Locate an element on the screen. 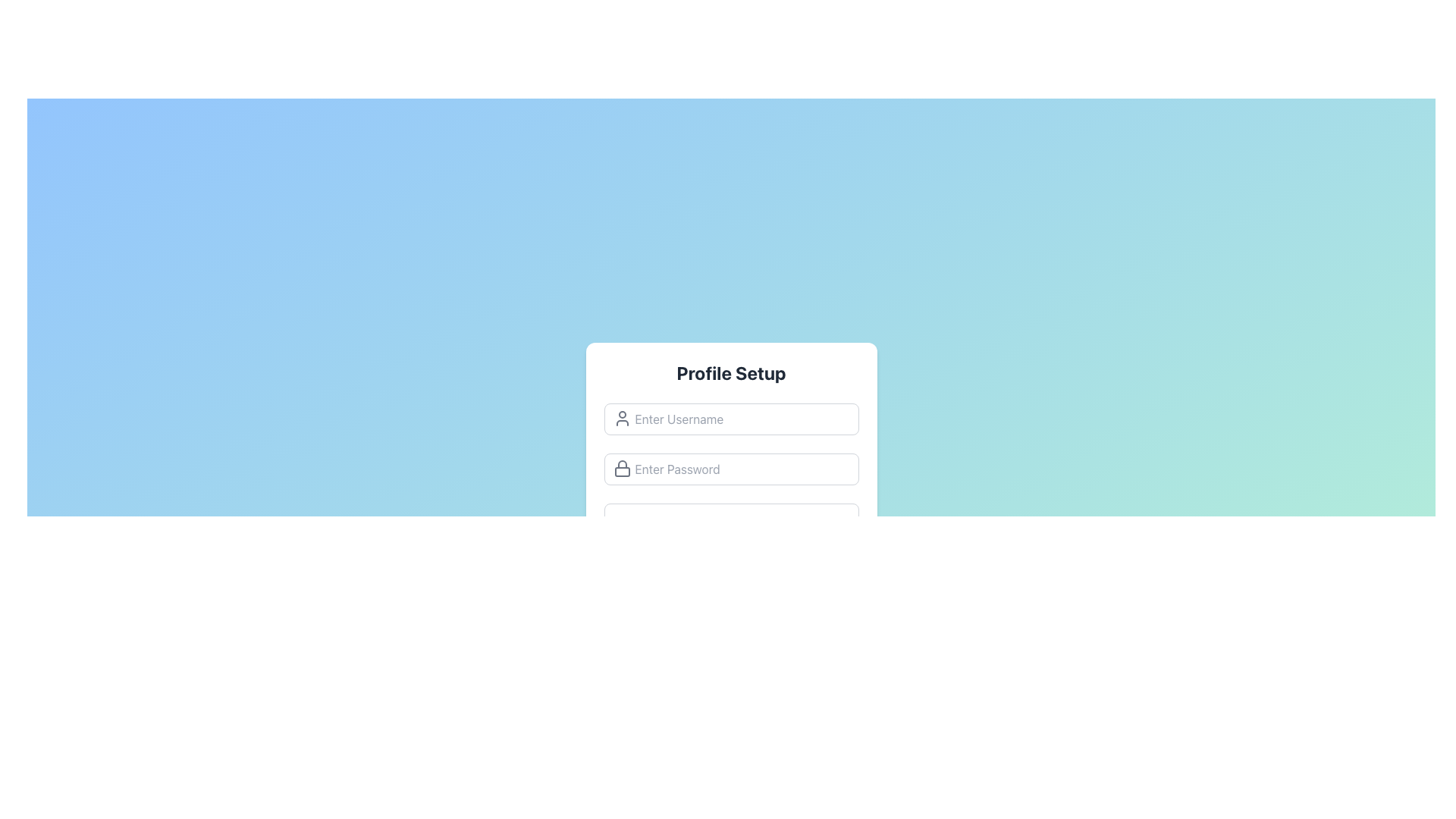 The height and width of the screenshot is (819, 1456). the heading element styled with bold, large-sized, gray text reading 'Profile Setup', which is centrally aligned and positioned above other form input fields is located at coordinates (731, 373).